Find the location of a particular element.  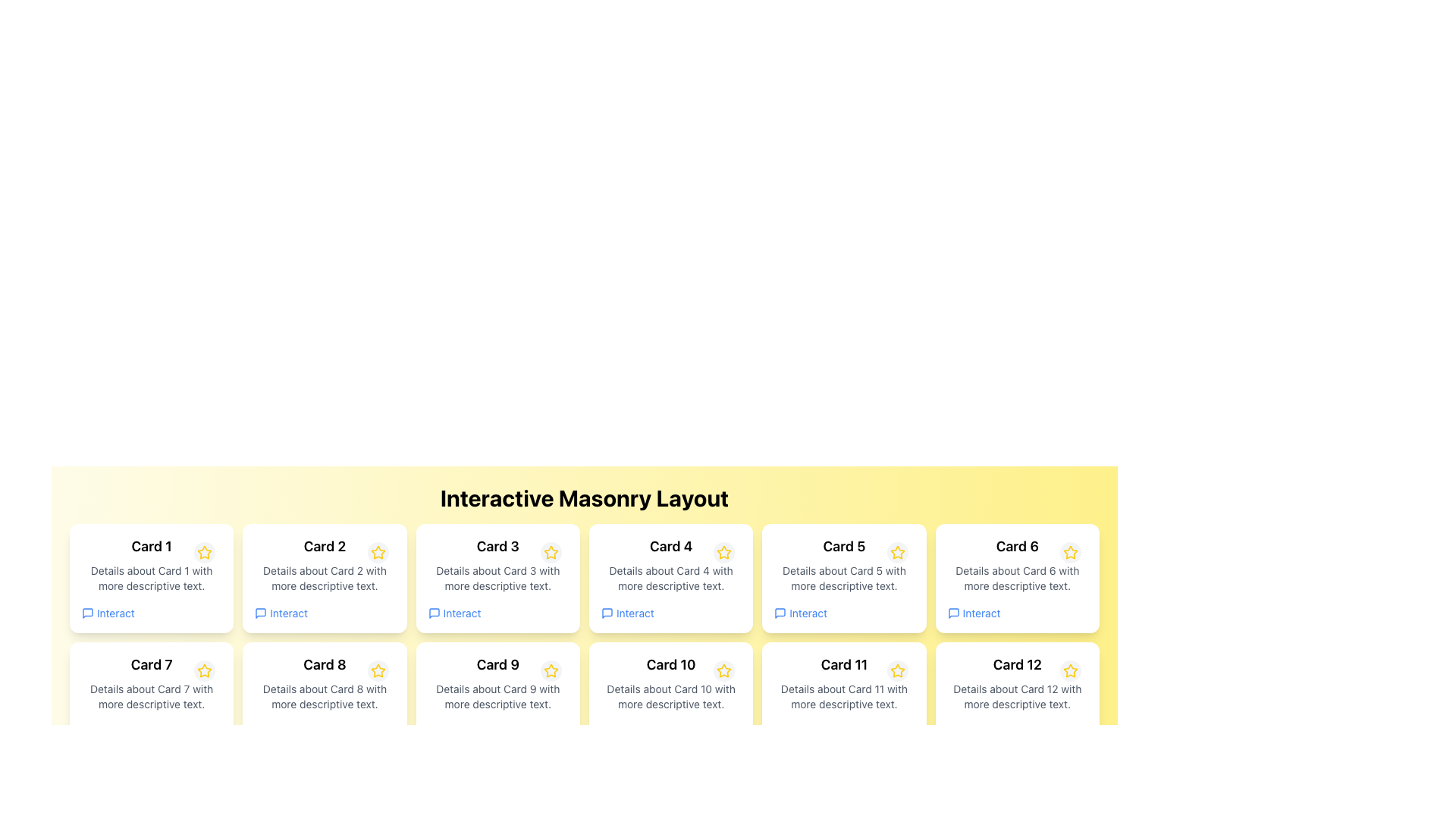

the star-shaped icon with a yellow outline located in the top-right corner of 'Card 6' is located at coordinates (1069, 553).